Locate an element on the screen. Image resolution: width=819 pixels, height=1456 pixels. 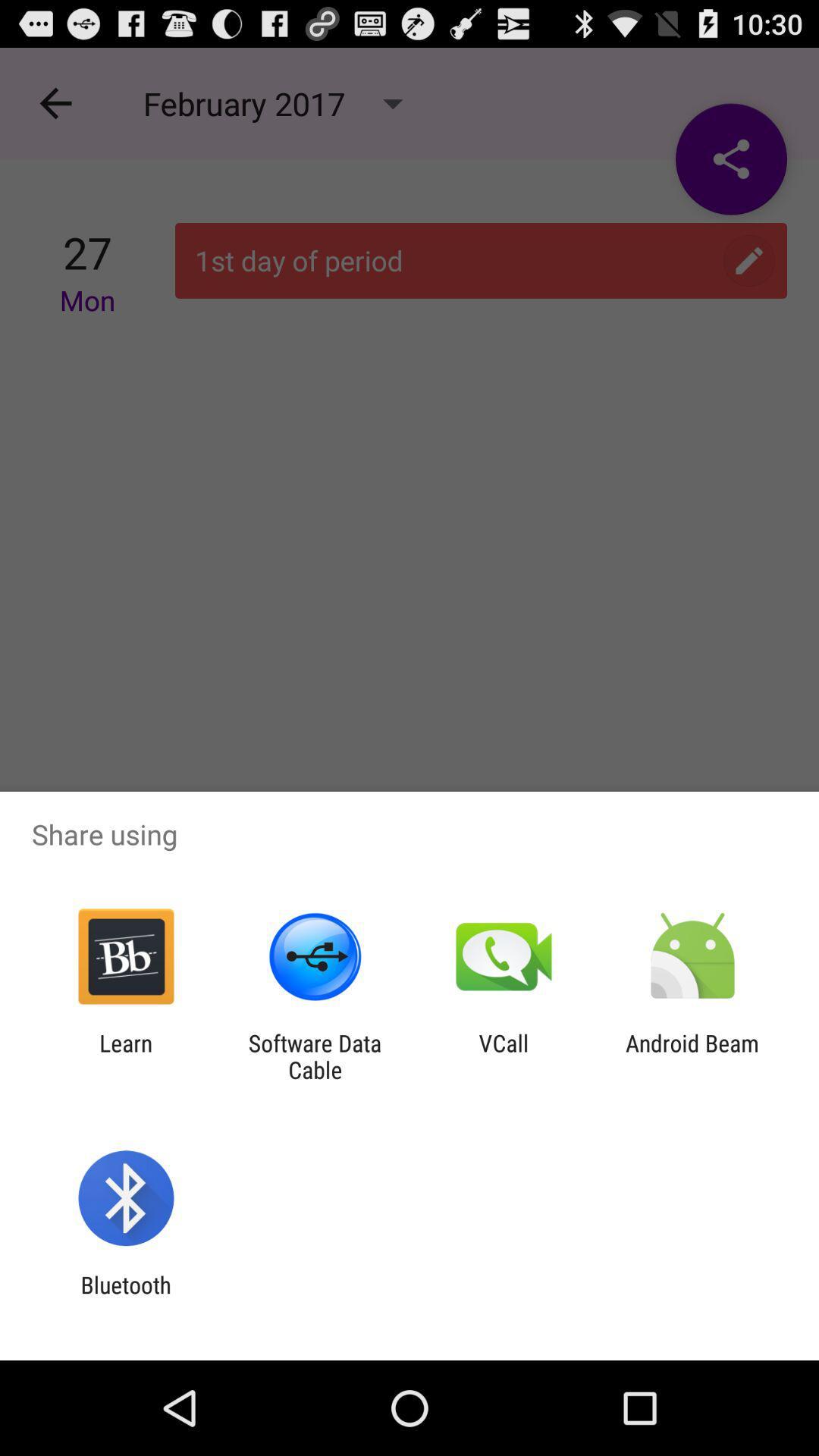
the vcall is located at coordinates (504, 1056).